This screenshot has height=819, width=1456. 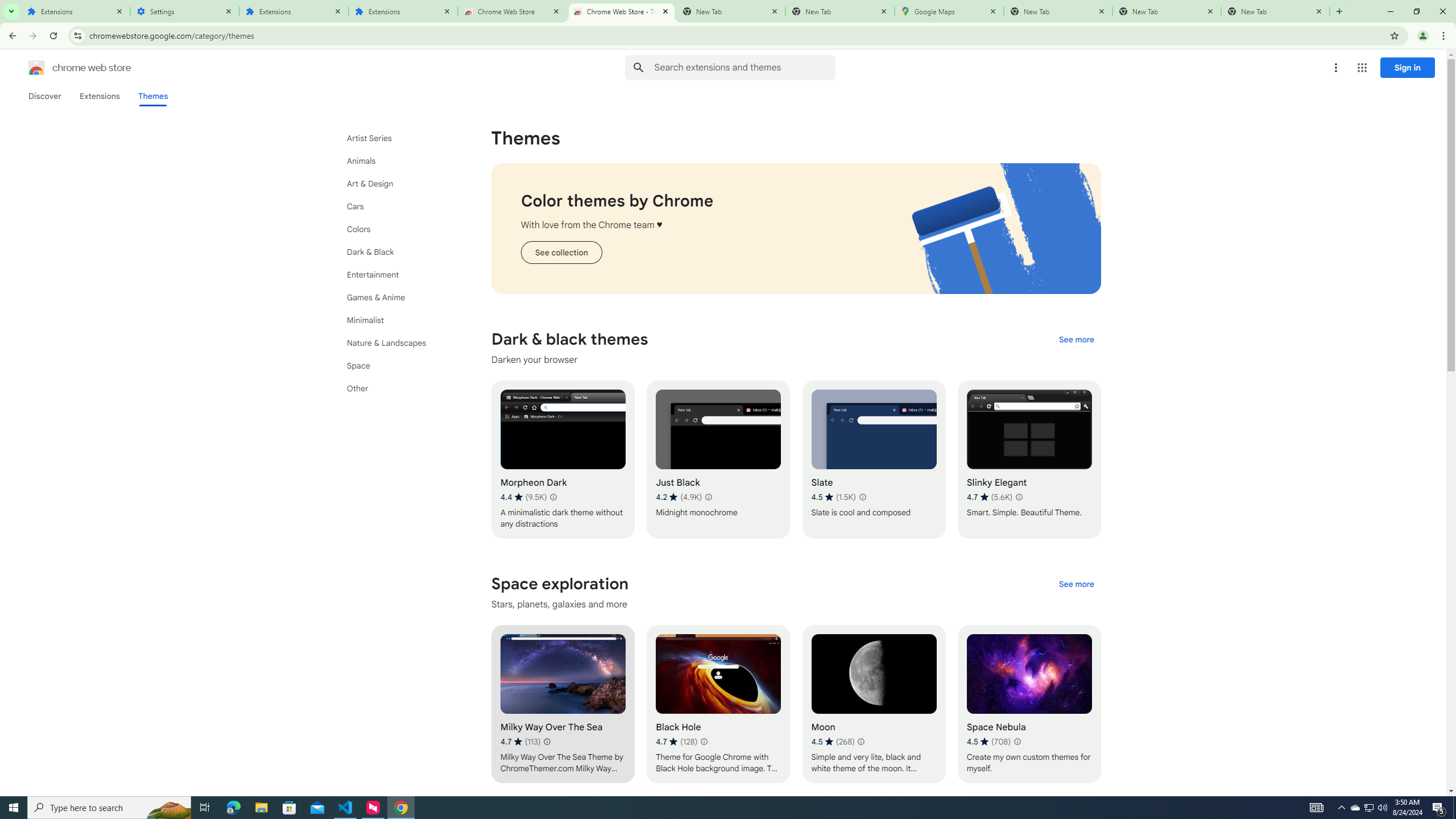 What do you see at coordinates (399, 365) in the screenshot?
I see `'Space'` at bounding box center [399, 365].